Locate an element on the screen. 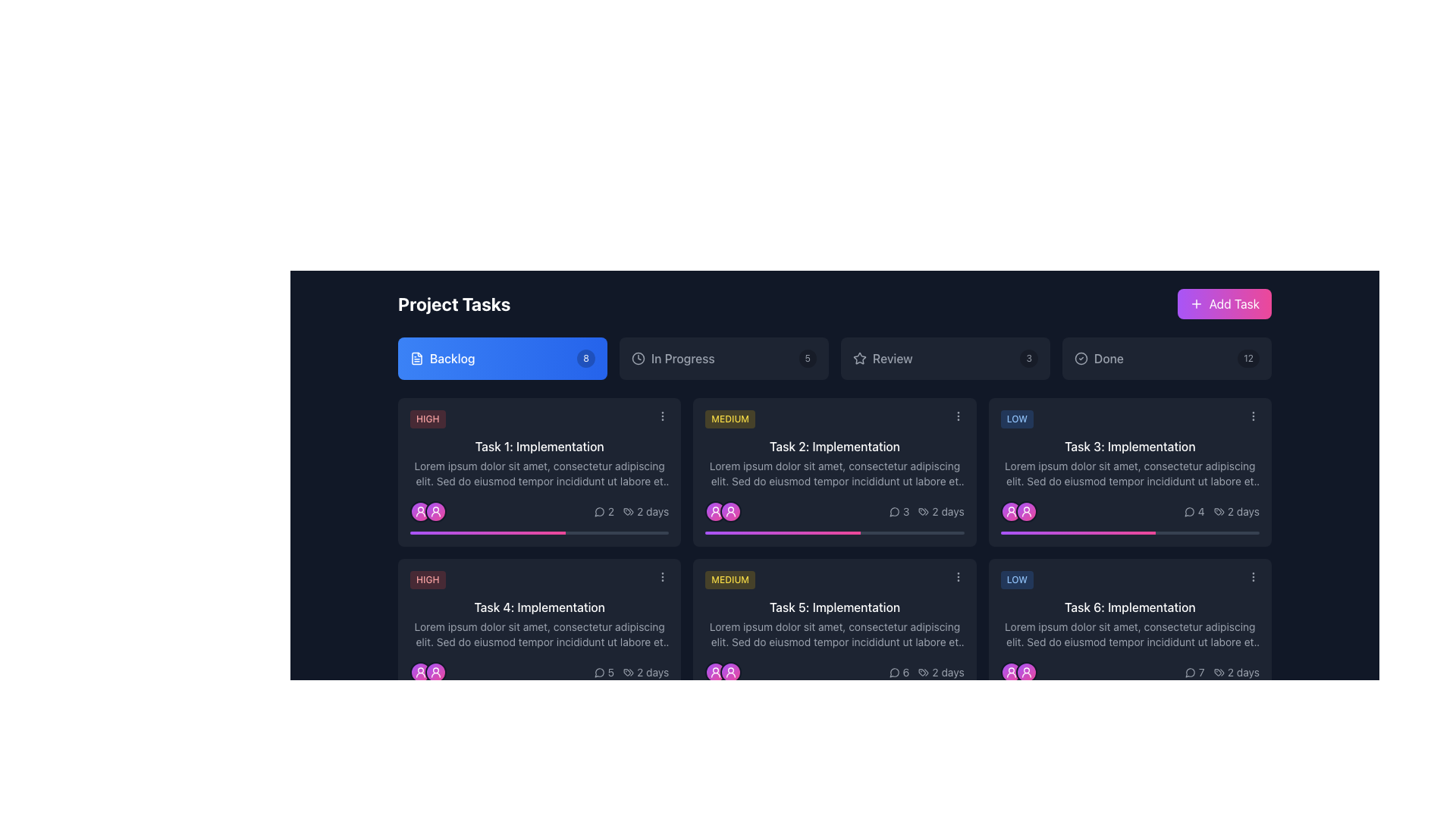 This screenshot has height=819, width=1456. the 'In Progress' status text element located to the right of the circular clock icon in the project management interface is located at coordinates (682, 359).